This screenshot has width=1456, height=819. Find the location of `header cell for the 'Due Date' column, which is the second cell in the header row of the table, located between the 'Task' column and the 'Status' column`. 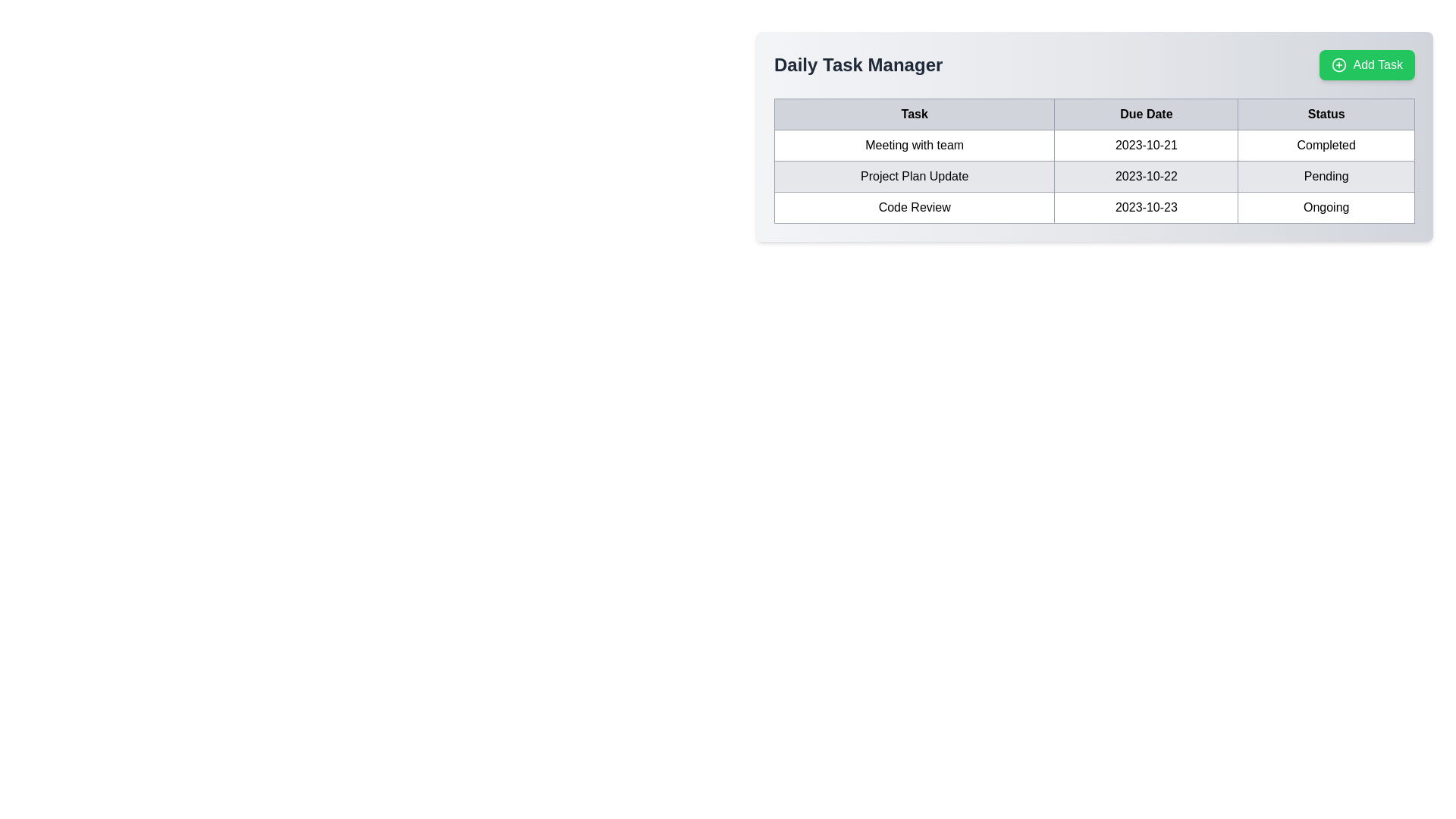

header cell for the 'Due Date' column, which is the second cell in the header row of the table, located between the 'Task' column and the 'Status' column is located at coordinates (1146, 113).